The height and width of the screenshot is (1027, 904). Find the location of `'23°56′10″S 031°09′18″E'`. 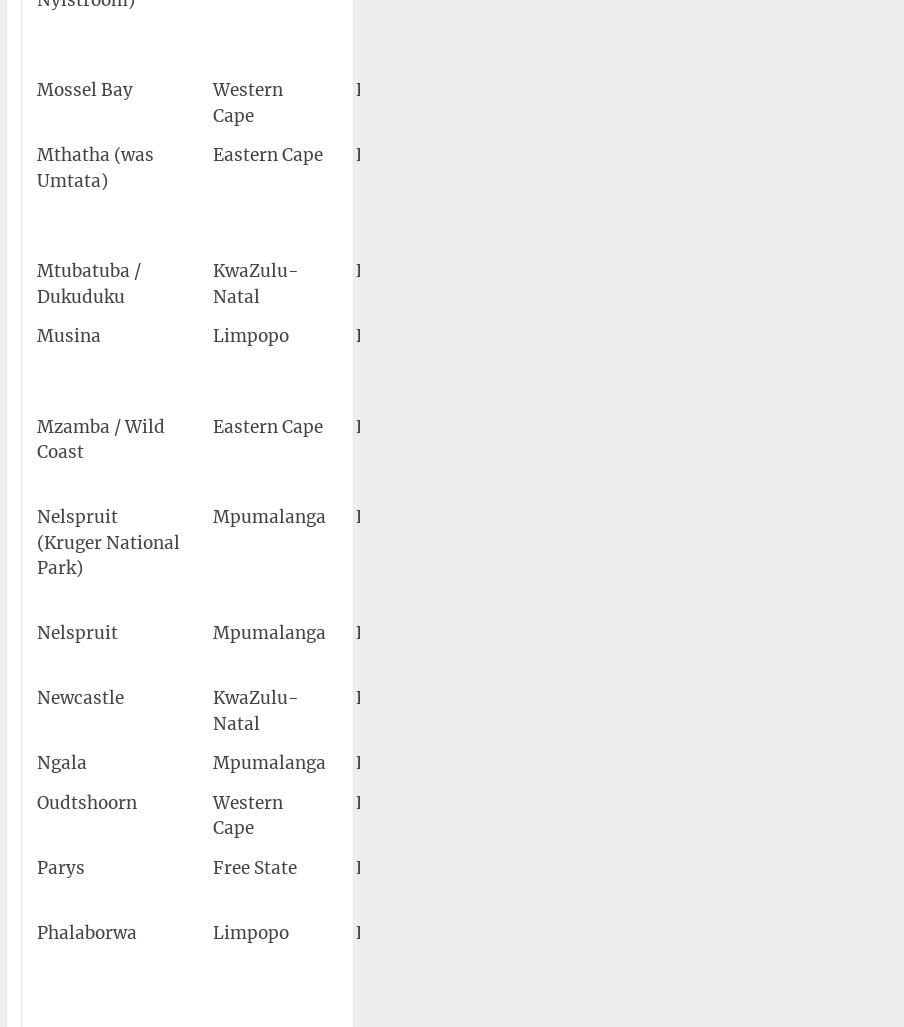

'23°56′10″S 031°09′18″E' is located at coordinates (748, 945).